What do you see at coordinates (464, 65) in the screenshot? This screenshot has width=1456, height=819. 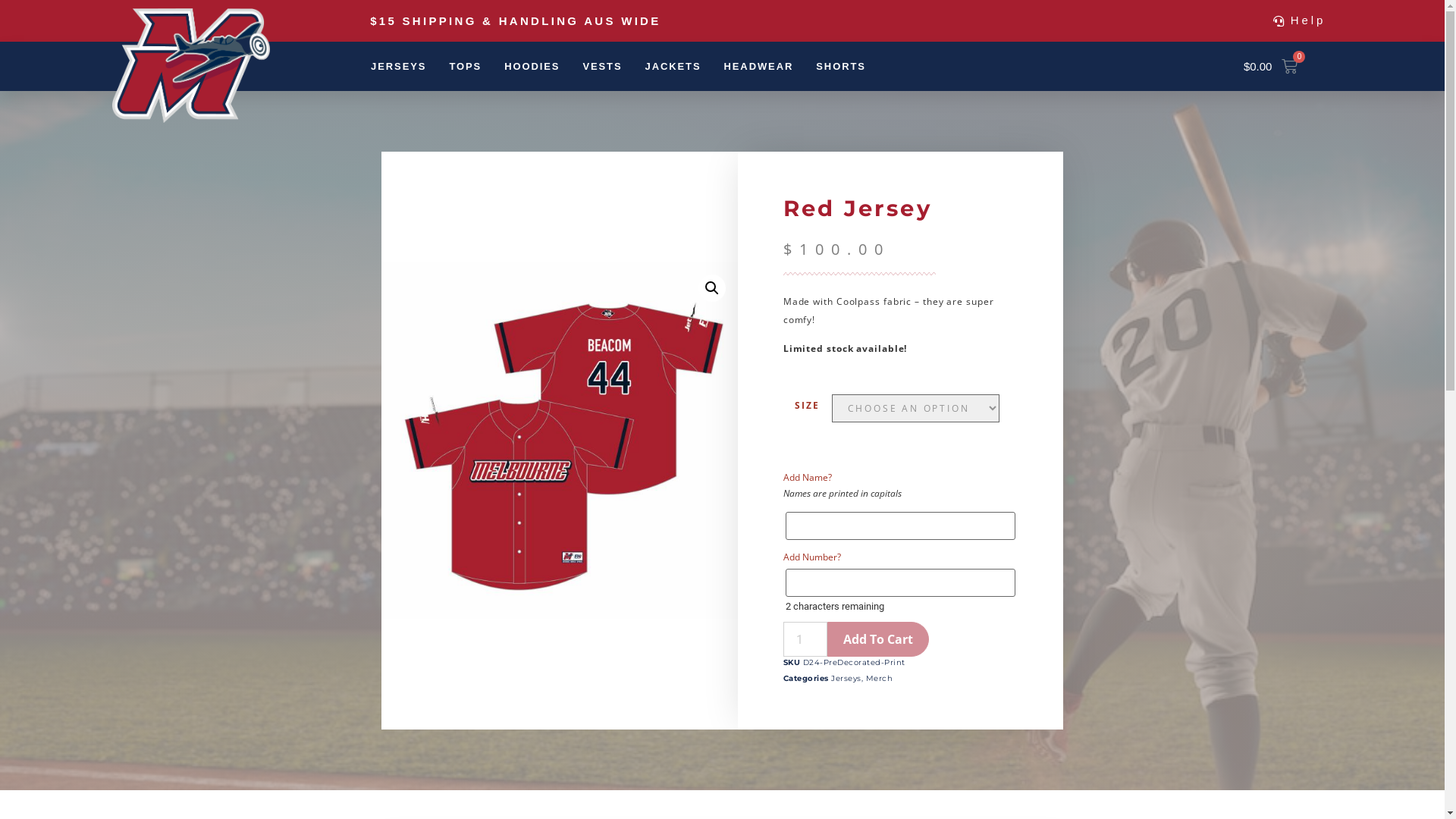 I see `'TOPS'` at bounding box center [464, 65].